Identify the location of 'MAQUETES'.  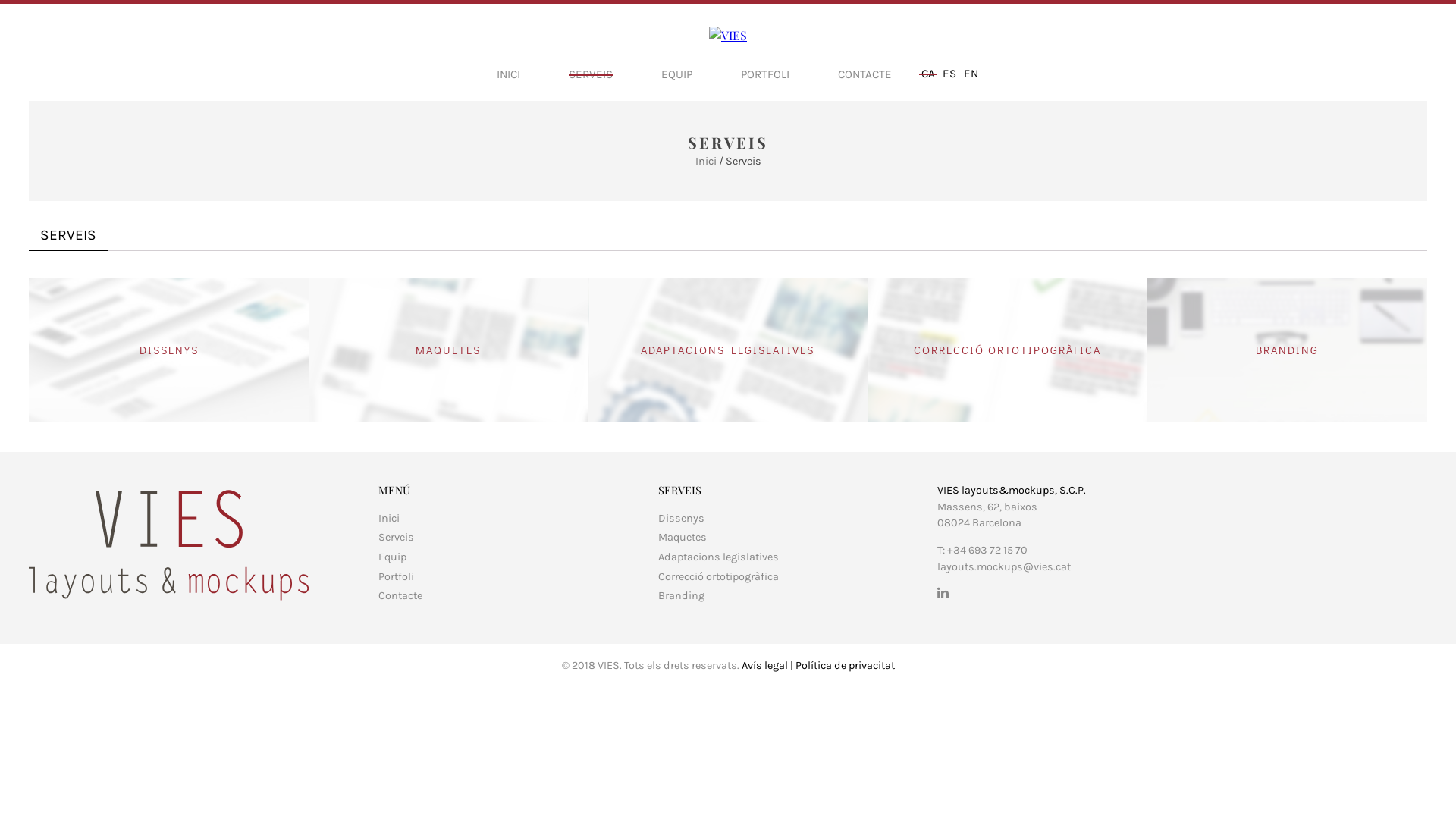
(447, 350).